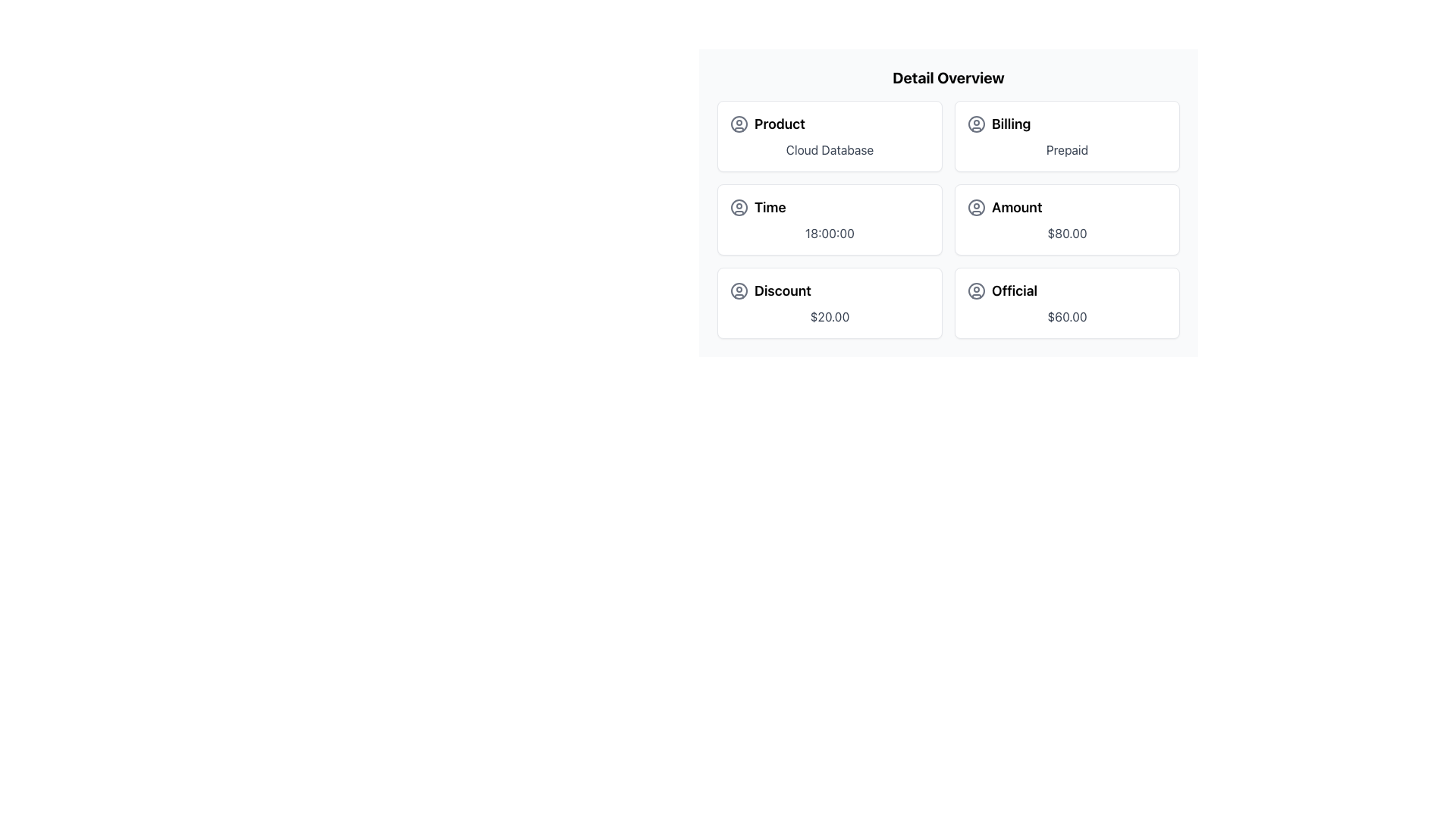 This screenshot has width=1456, height=819. Describe the element at coordinates (1011, 124) in the screenshot. I see `the 'Billing' text label, which is styled in bold and located in the top-right section of the grid, adjacent to a user avatar icon` at that location.